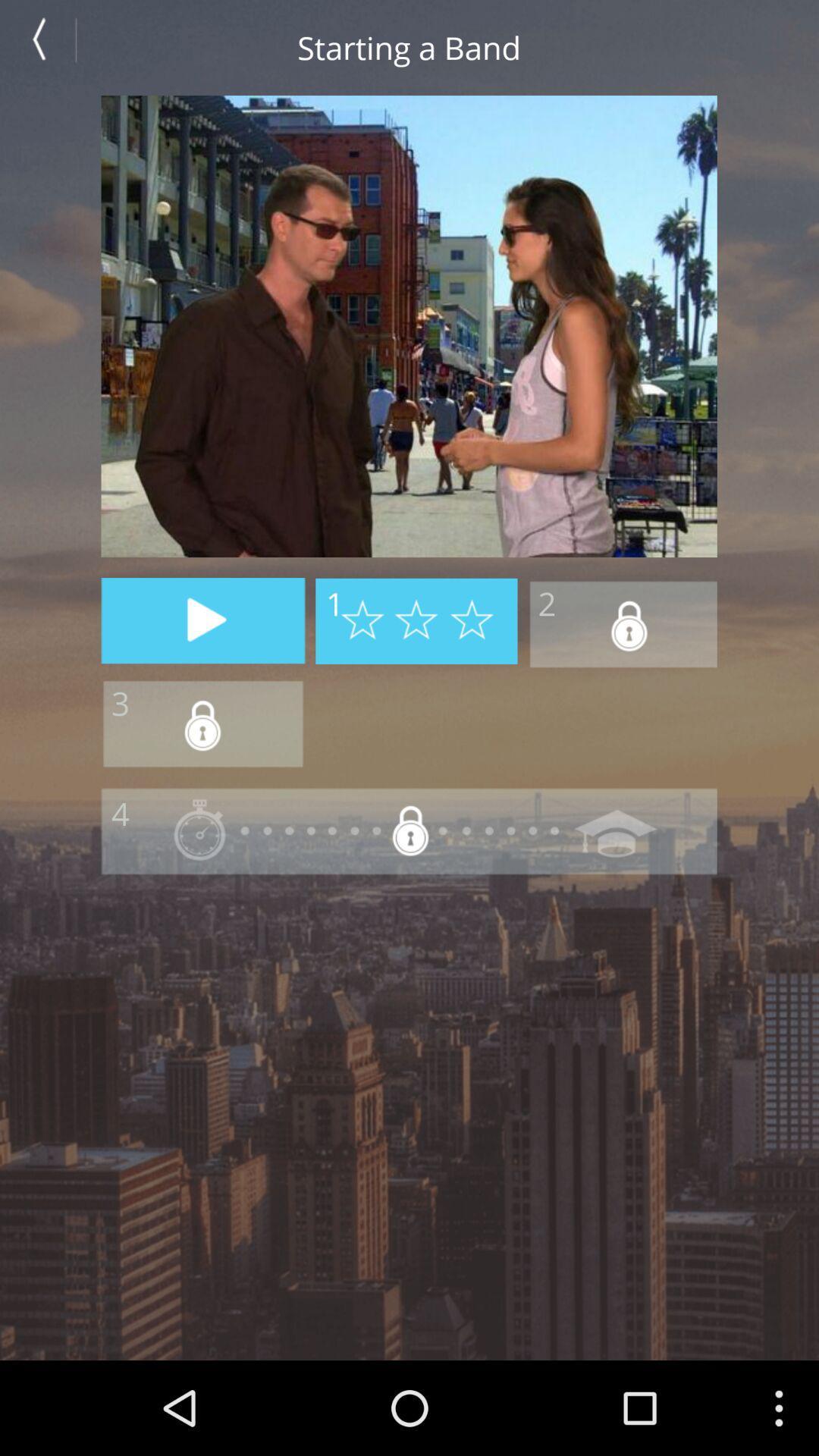  What do you see at coordinates (46, 47) in the screenshot?
I see `previous` at bounding box center [46, 47].